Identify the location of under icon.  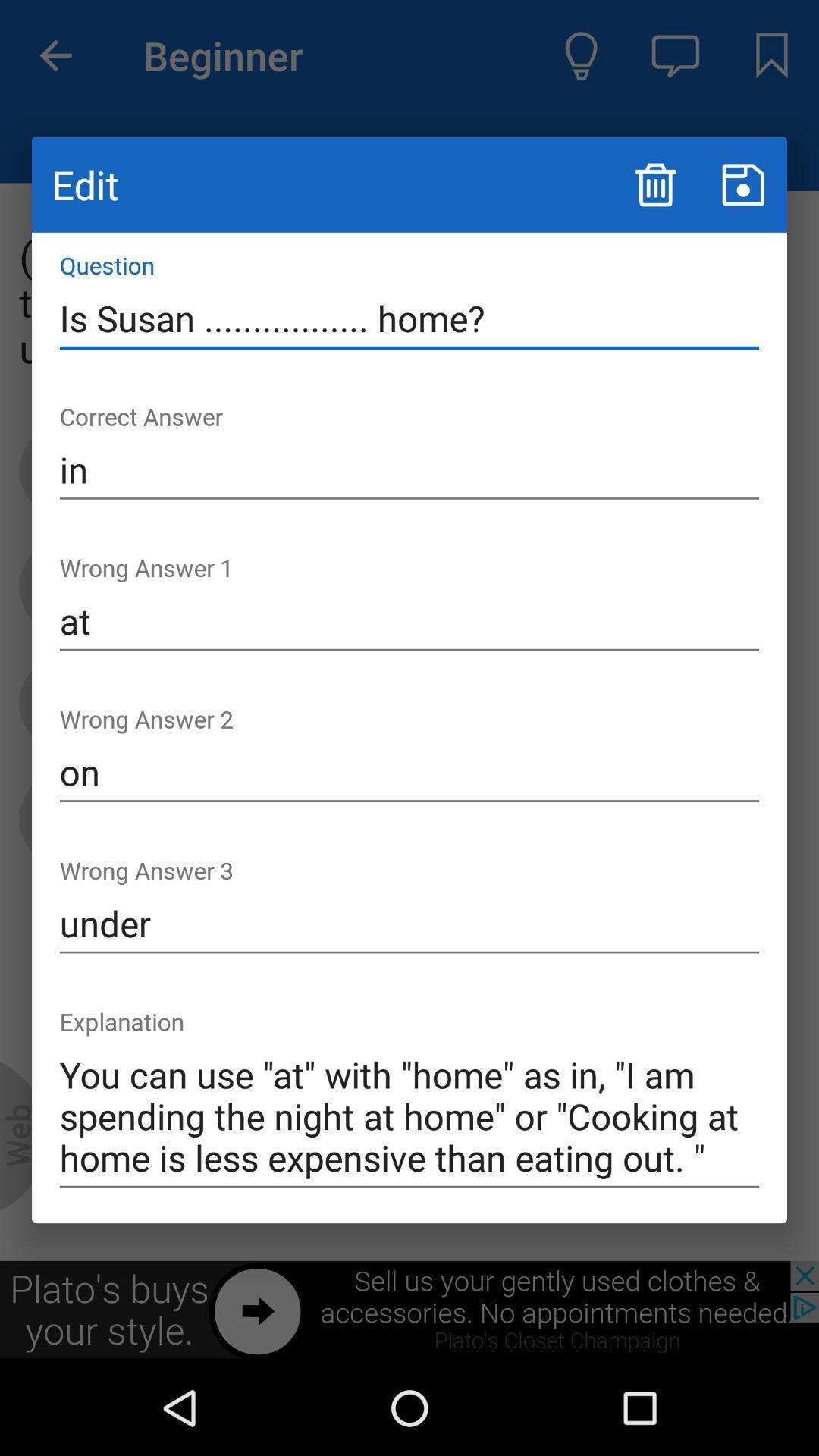
(409, 923).